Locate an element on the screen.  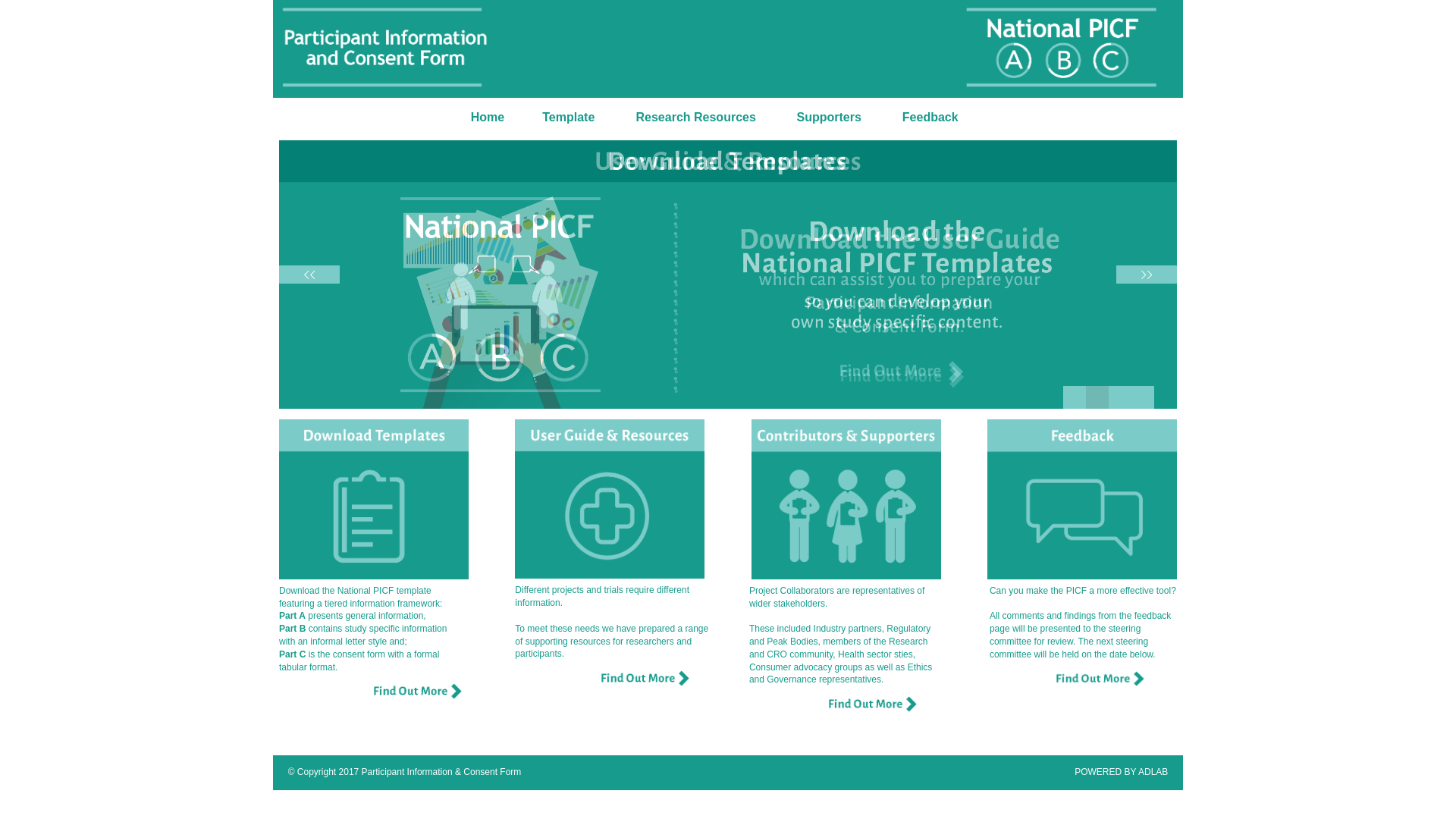
'Supporters' is located at coordinates (828, 116).